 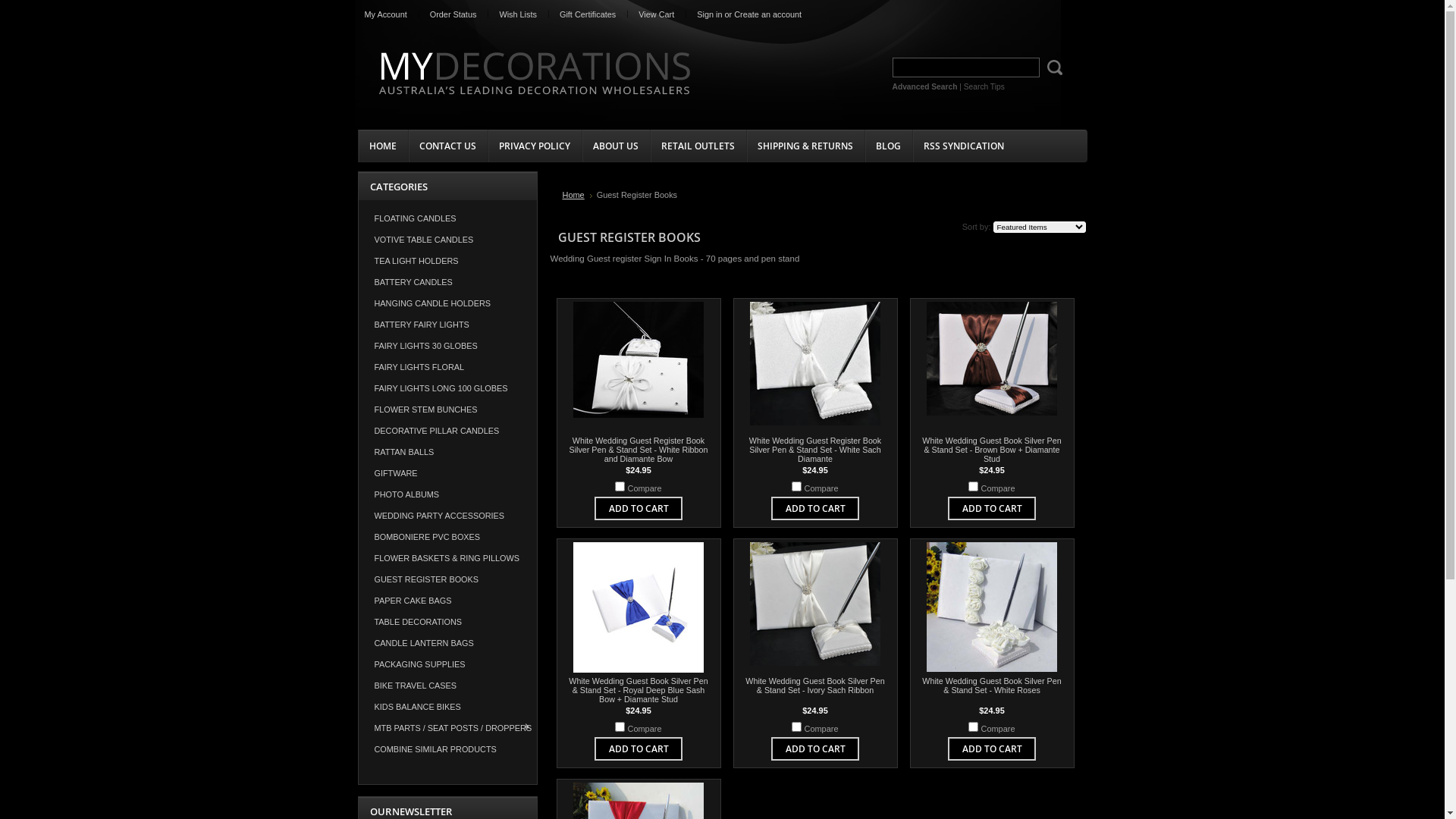 What do you see at coordinates (447, 345) in the screenshot?
I see `'FAIRY LIGHTS 30 GLOBES'` at bounding box center [447, 345].